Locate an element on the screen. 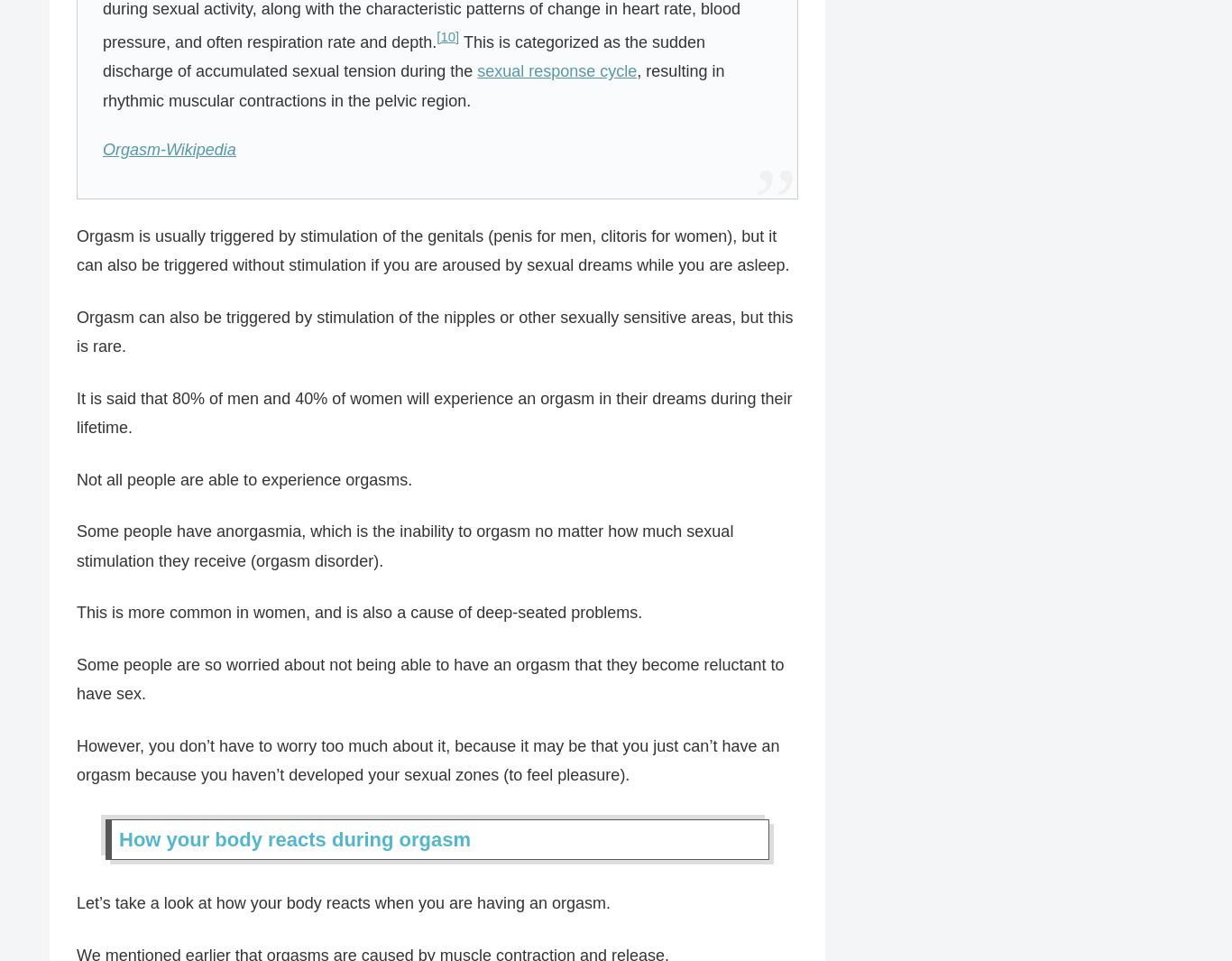  '[10]' is located at coordinates (447, 34).